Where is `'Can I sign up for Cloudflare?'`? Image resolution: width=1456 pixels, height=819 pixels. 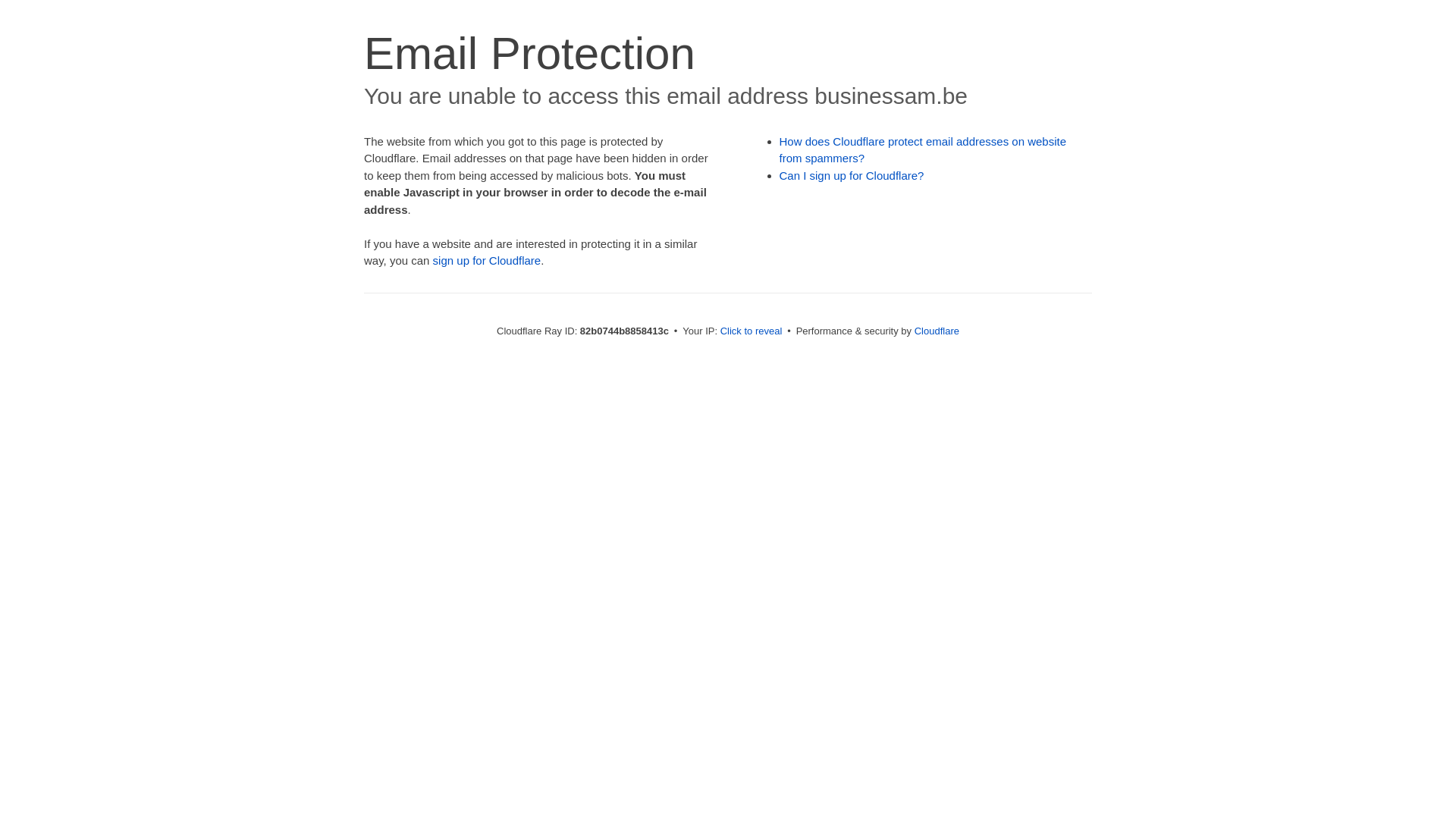 'Can I sign up for Cloudflare?' is located at coordinates (852, 174).